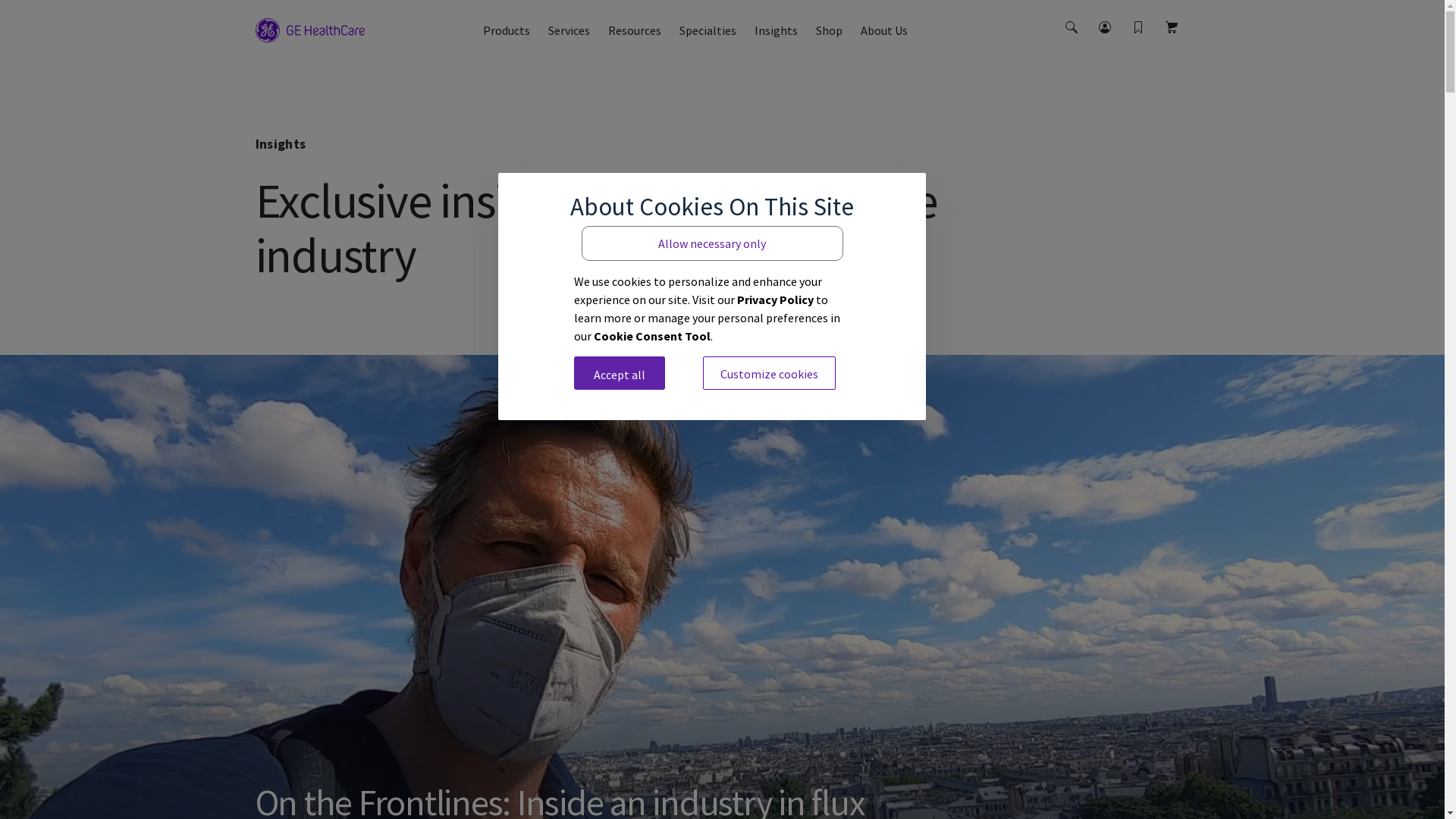 The width and height of the screenshot is (1456, 819). What do you see at coordinates (619, 373) in the screenshot?
I see `'Accept all'` at bounding box center [619, 373].